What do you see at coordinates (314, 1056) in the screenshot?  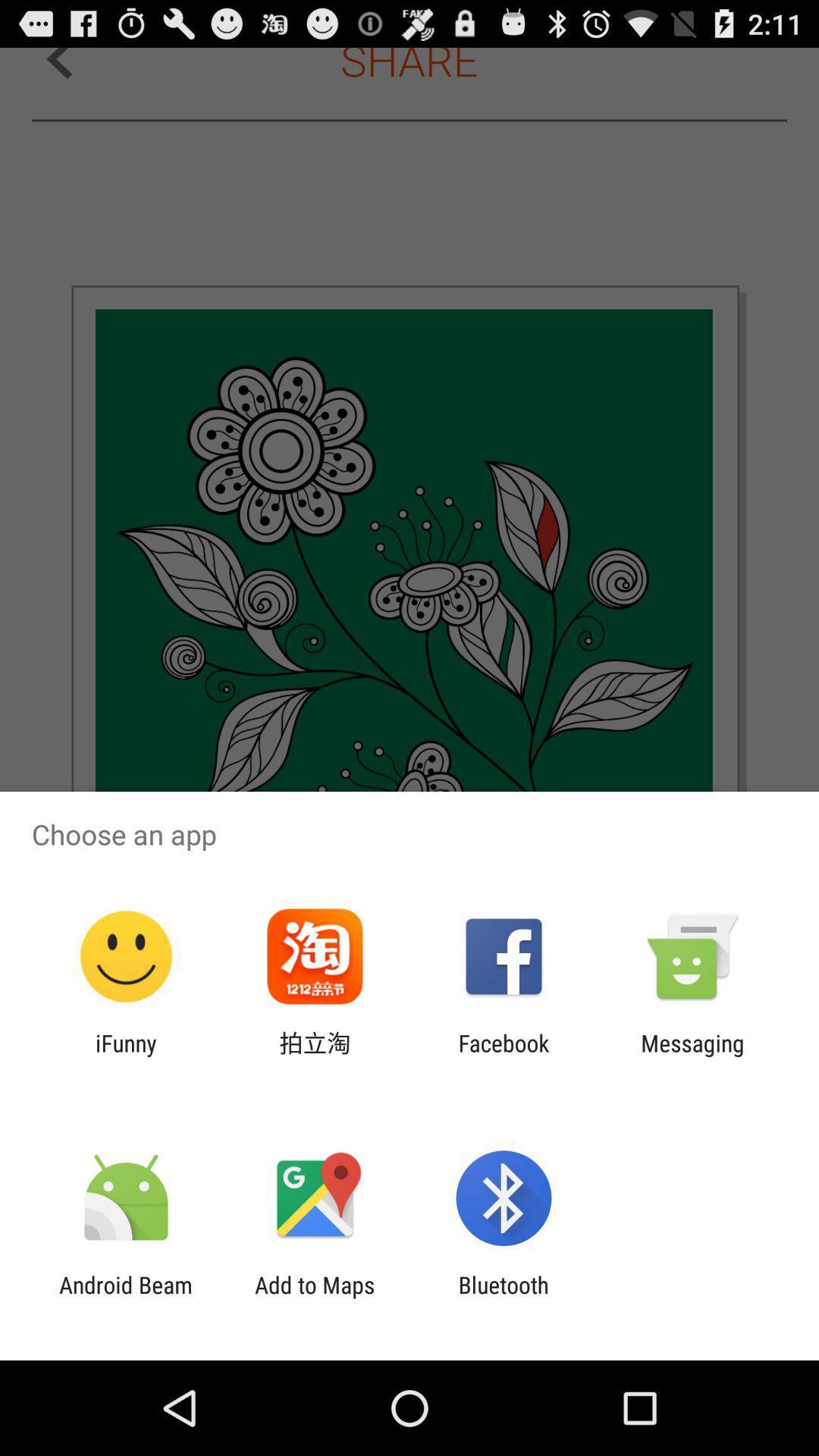 I see `app next to facebook icon` at bounding box center [314, 1056].